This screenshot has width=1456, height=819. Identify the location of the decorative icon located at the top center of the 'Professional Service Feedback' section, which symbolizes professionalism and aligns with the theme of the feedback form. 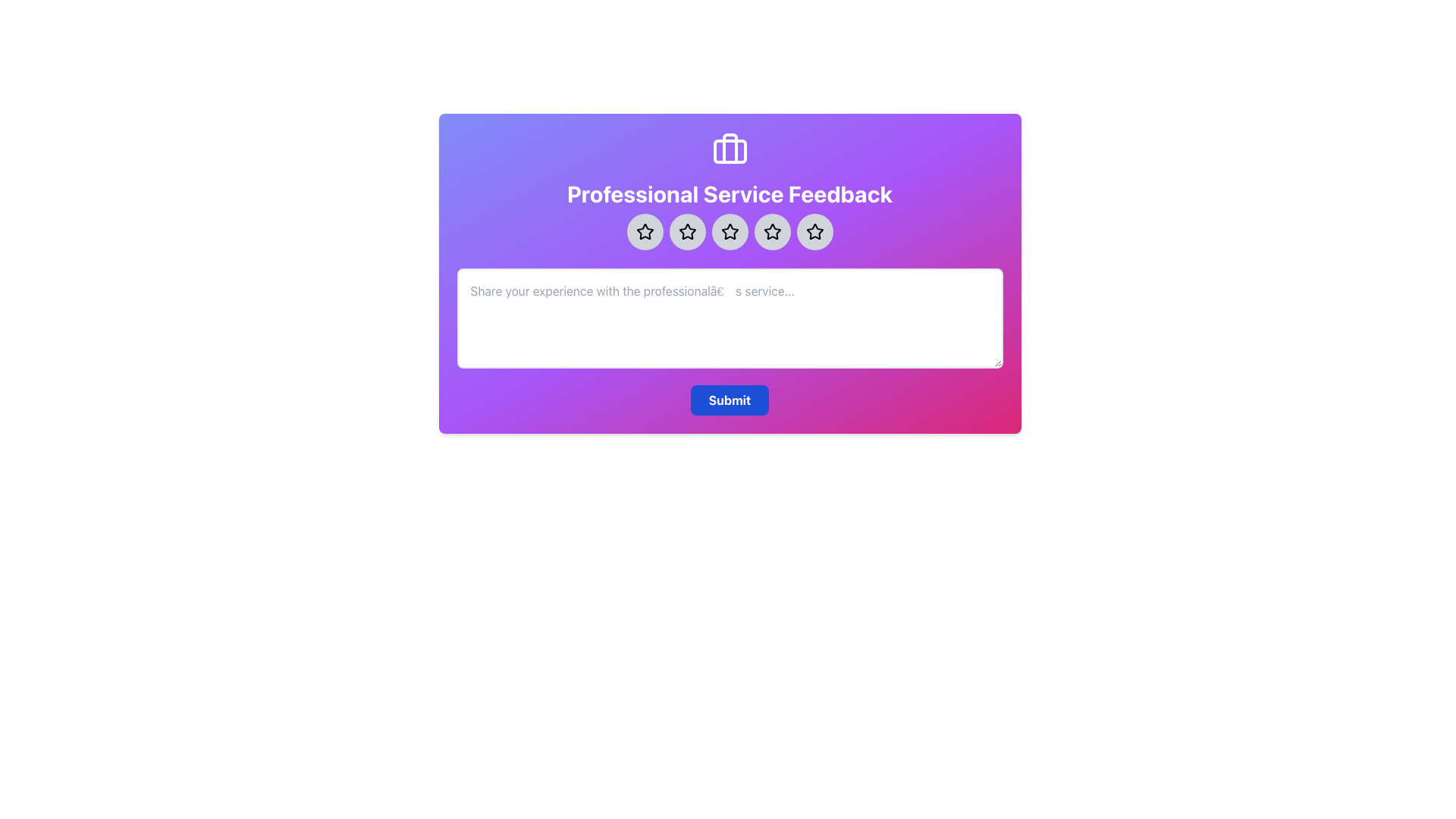
(730, 149).